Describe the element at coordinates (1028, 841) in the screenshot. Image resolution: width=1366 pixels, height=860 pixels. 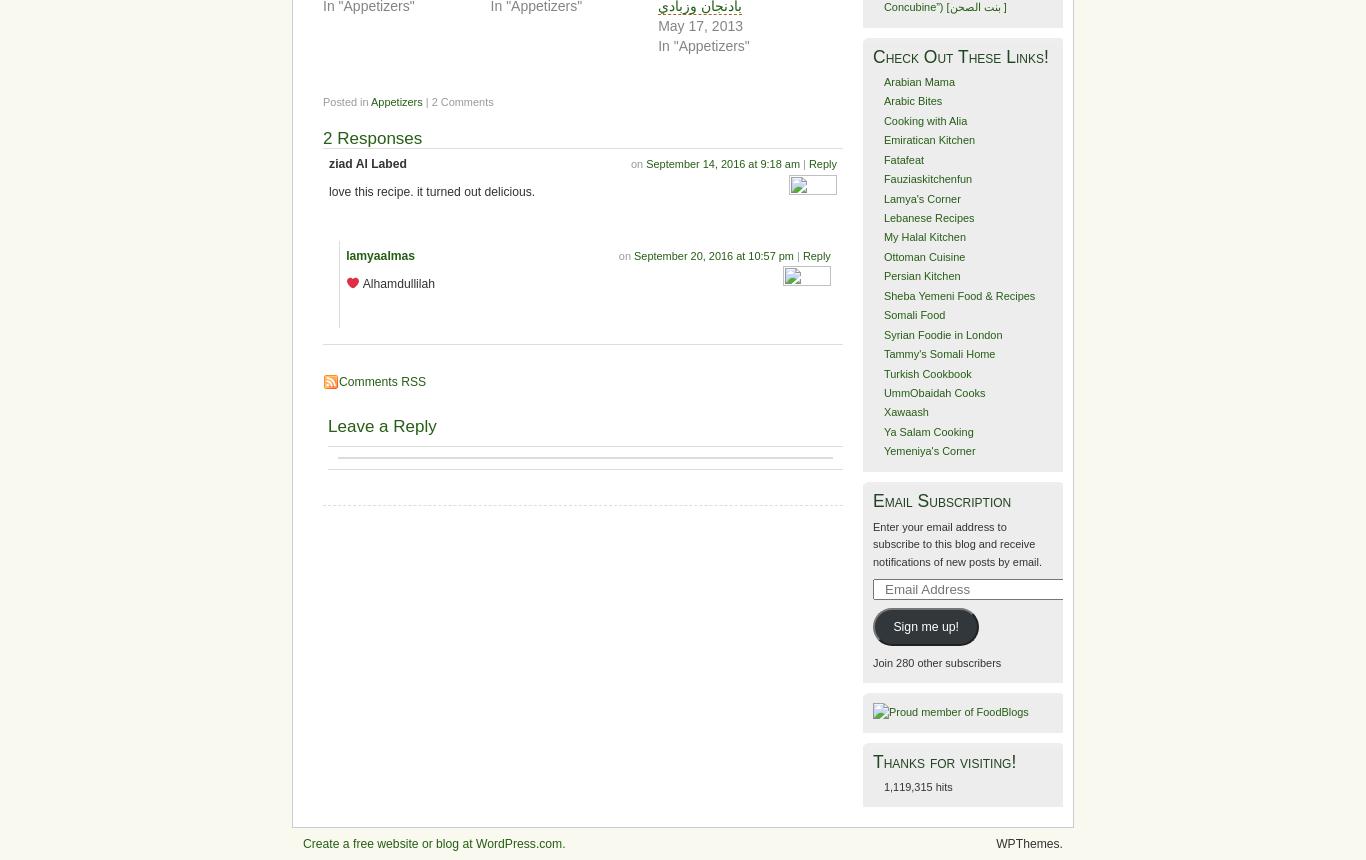
I see `'WPThemes.'` at that location.